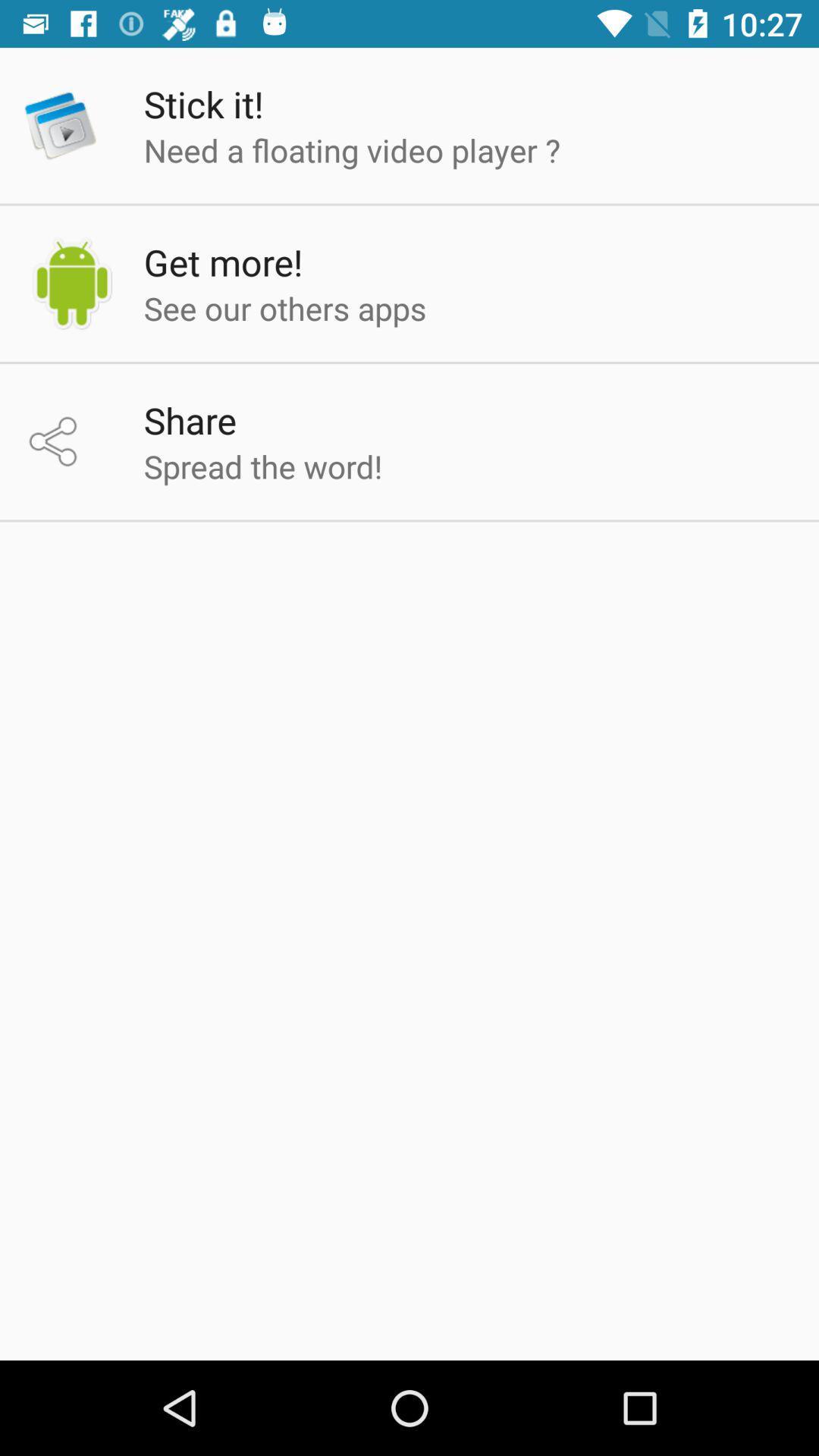 The image size is (819, 1456). I want to click on the icon above the see our others icon, so click(223, 262).